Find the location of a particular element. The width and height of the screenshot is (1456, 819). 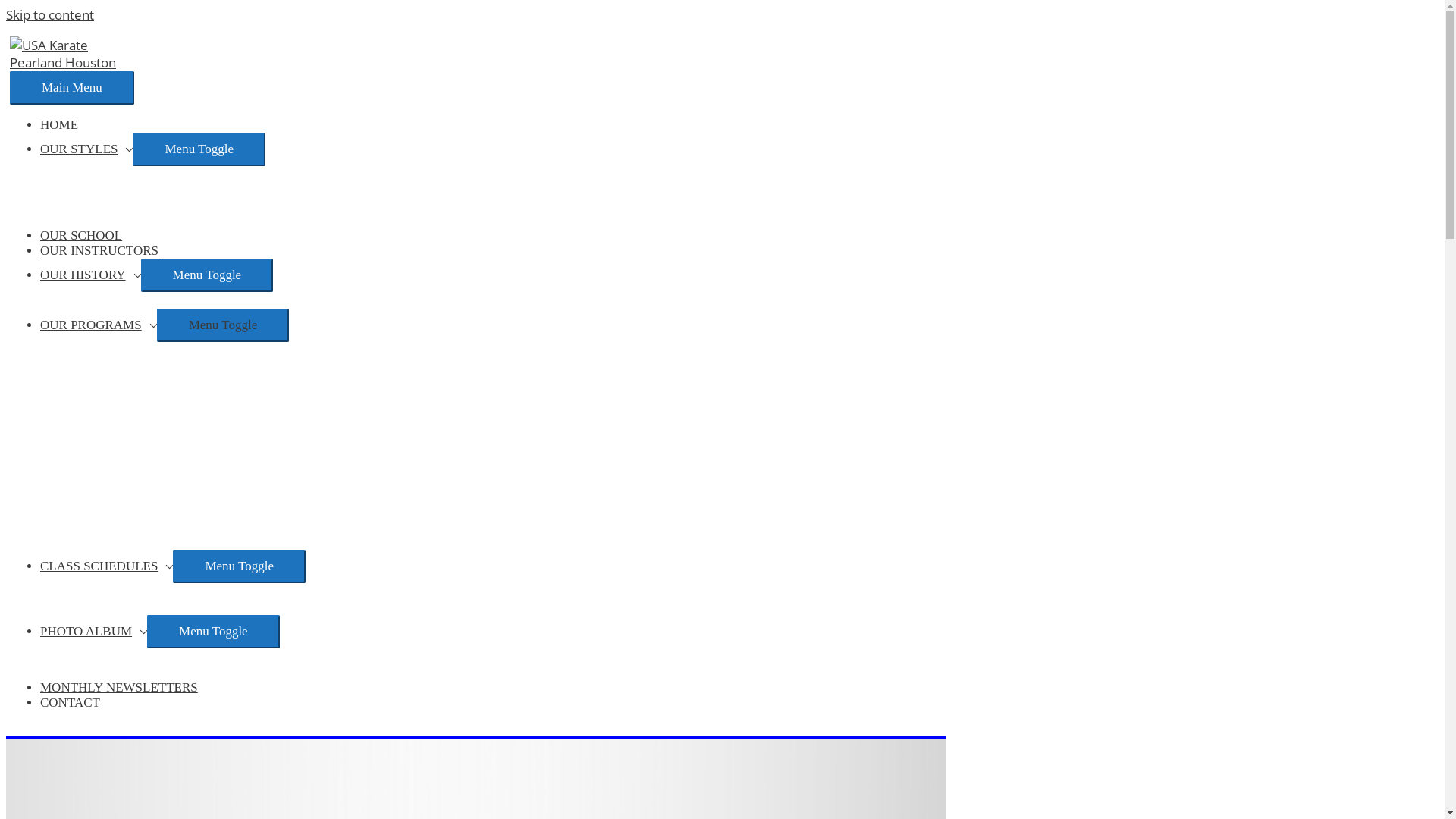

'HOME' is located at coordinates (58, 124).